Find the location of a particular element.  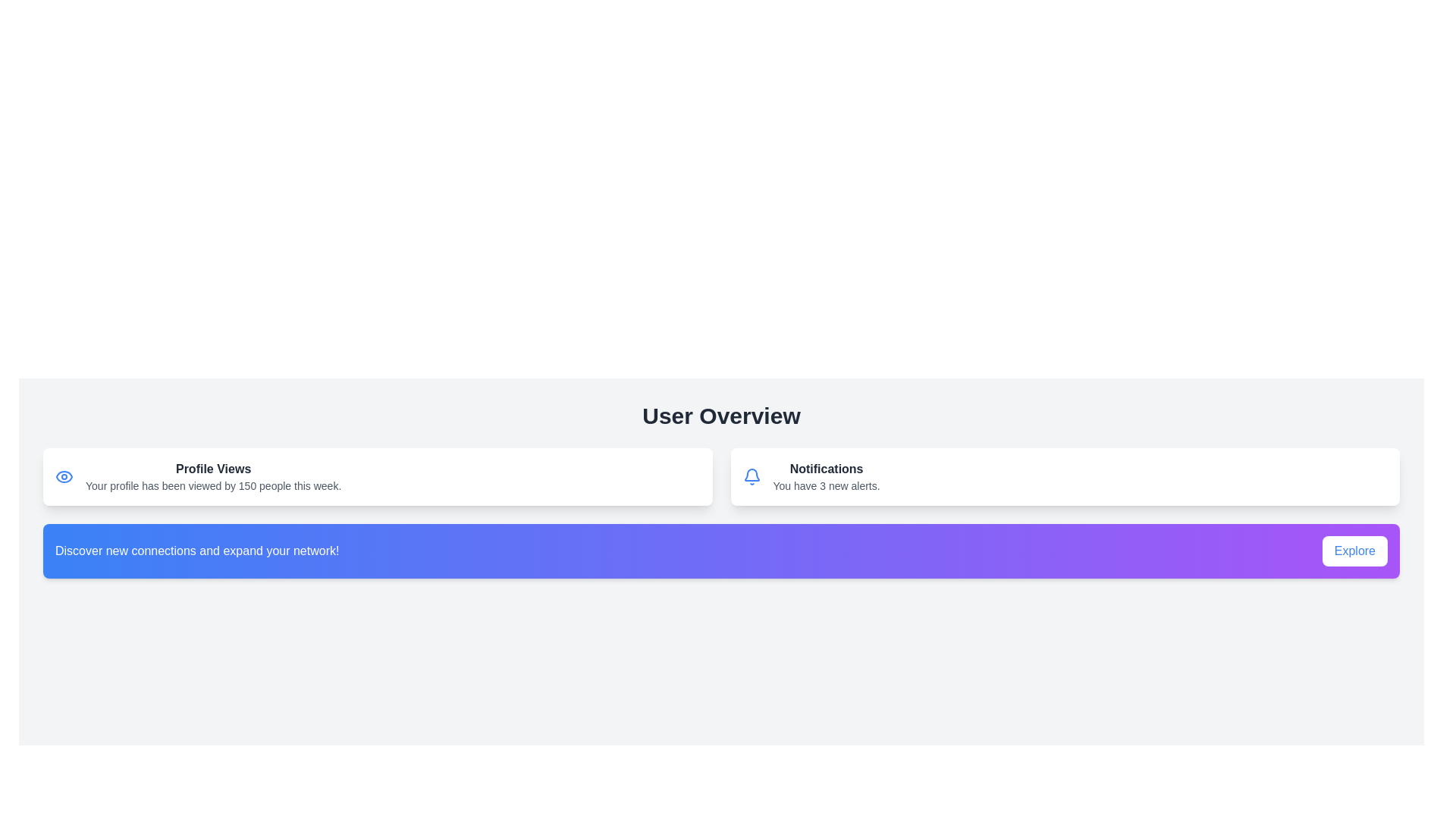

the button at the far right end of the gradient bar below 'User Overview' is located at coordinates (1354, 551).